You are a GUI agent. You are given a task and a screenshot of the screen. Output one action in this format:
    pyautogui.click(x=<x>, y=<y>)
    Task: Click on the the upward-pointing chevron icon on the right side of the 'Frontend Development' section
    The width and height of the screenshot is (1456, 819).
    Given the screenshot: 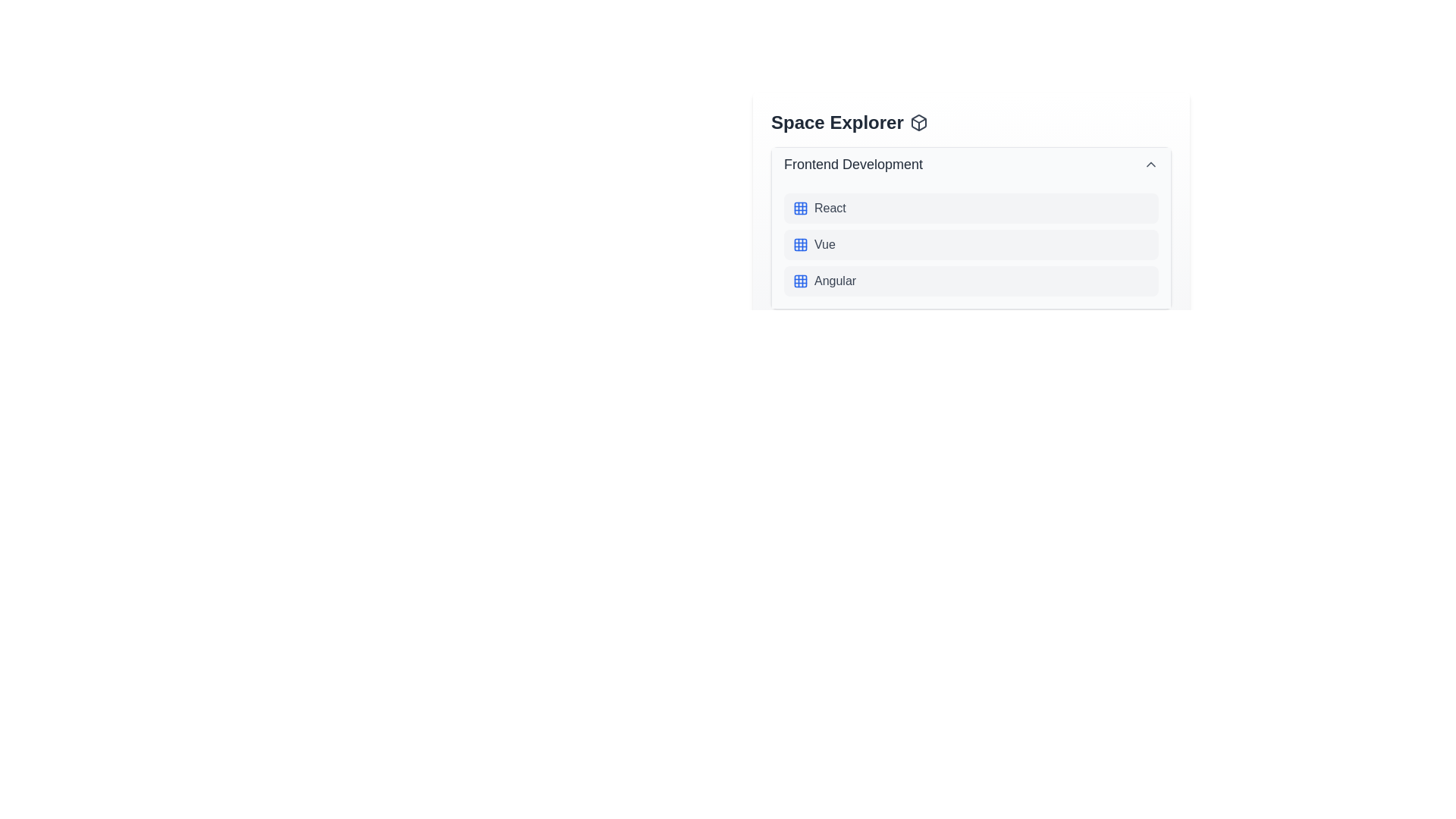 What is the action you would take?
    pyautogui.click(x=1150, y=164)
    